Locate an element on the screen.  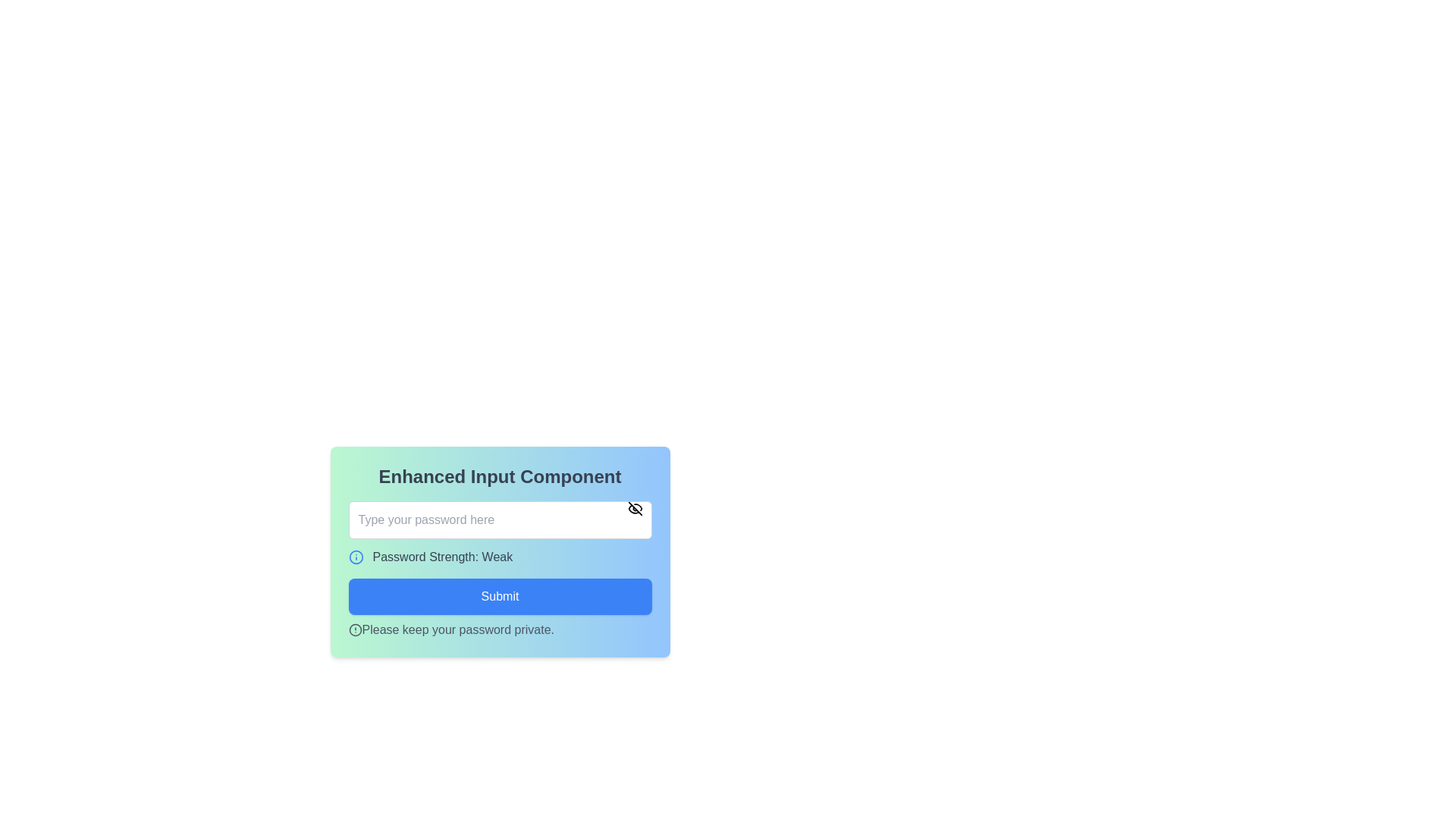
the button styled as an inline icon within the password input field is located at coordinates (635, 509).